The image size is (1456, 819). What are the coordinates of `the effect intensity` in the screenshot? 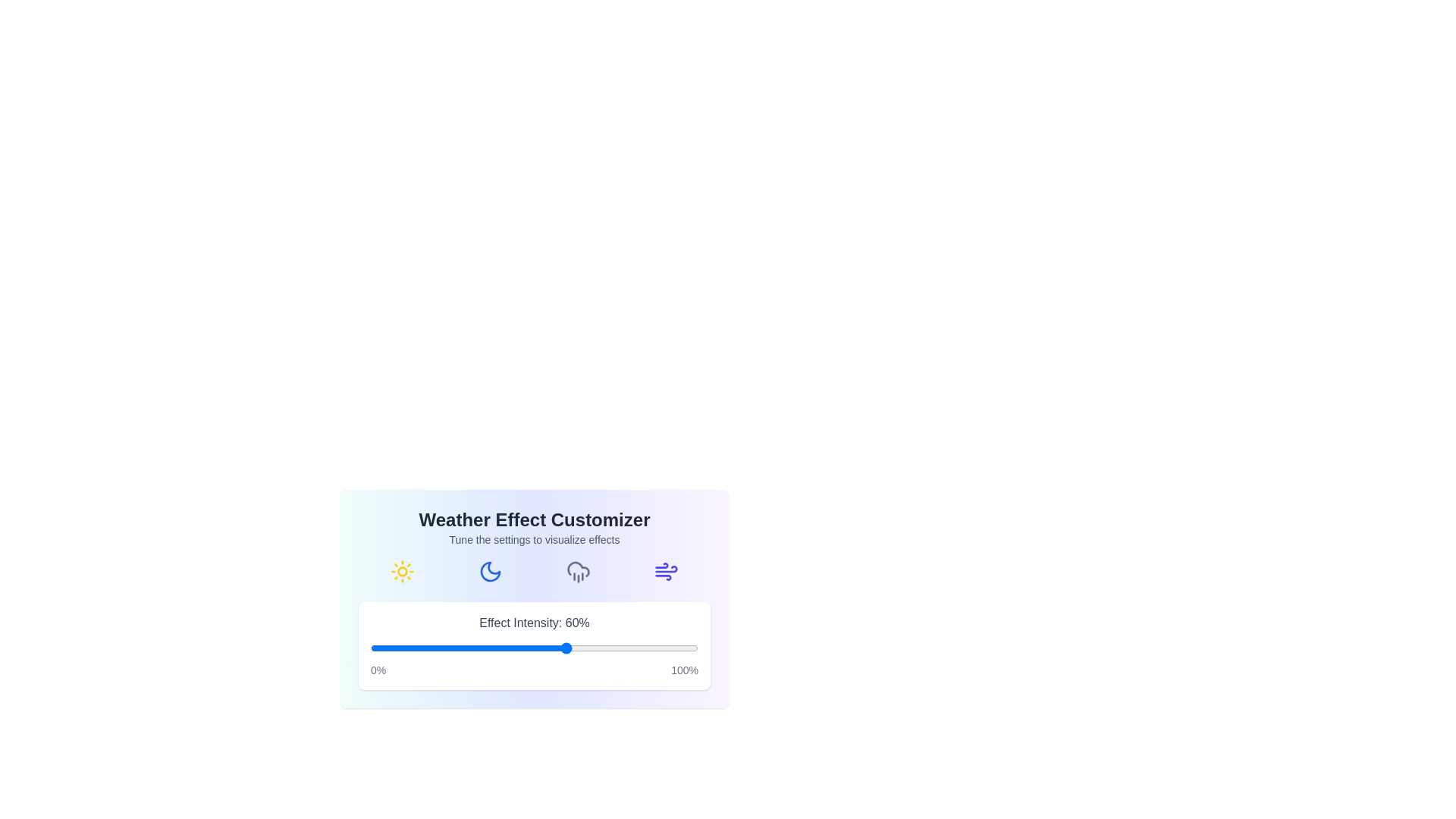 It's located at (488, 648).